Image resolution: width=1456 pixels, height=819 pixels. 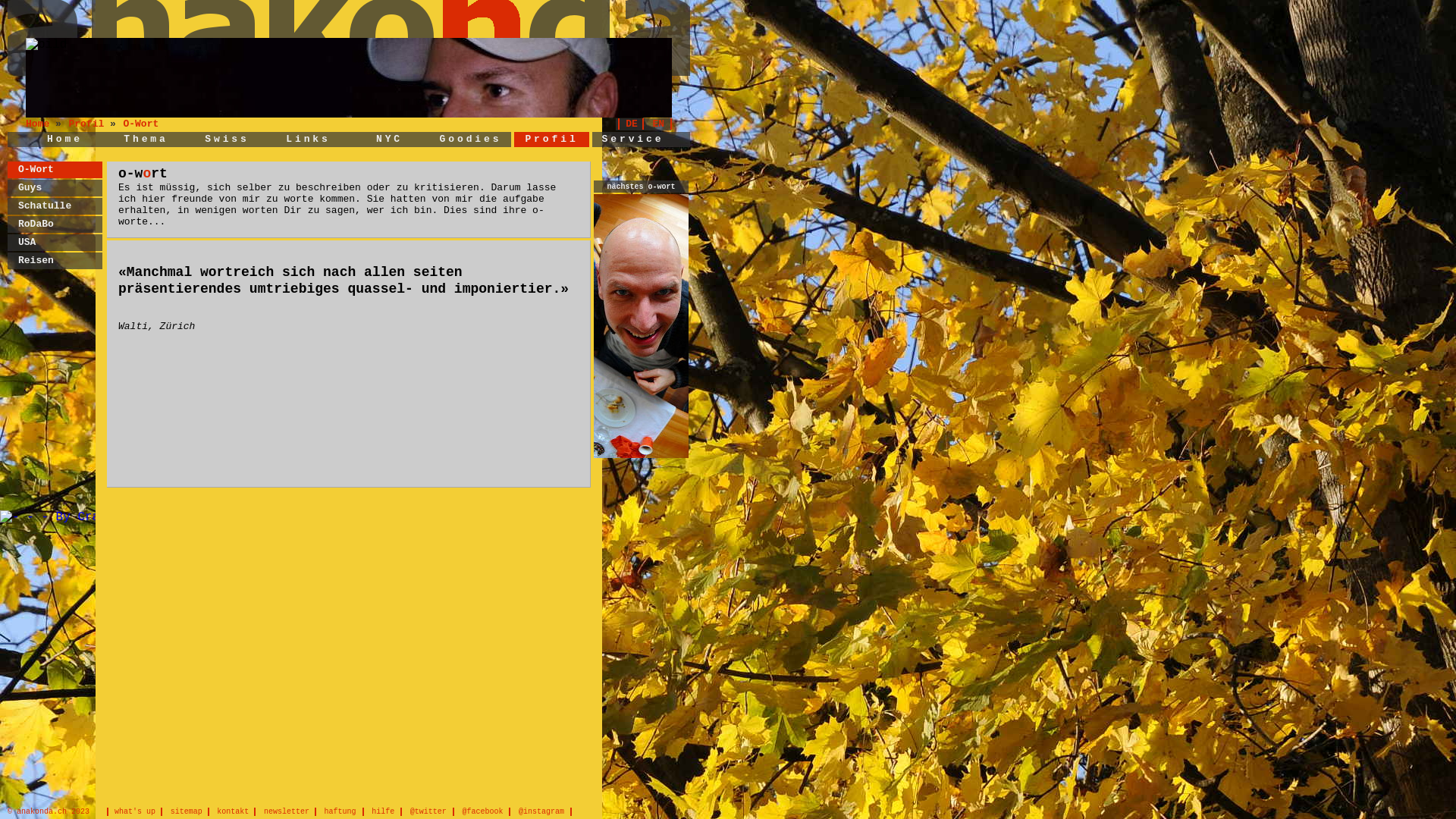 I want to click on 'Home', so click(x=47, y=139).